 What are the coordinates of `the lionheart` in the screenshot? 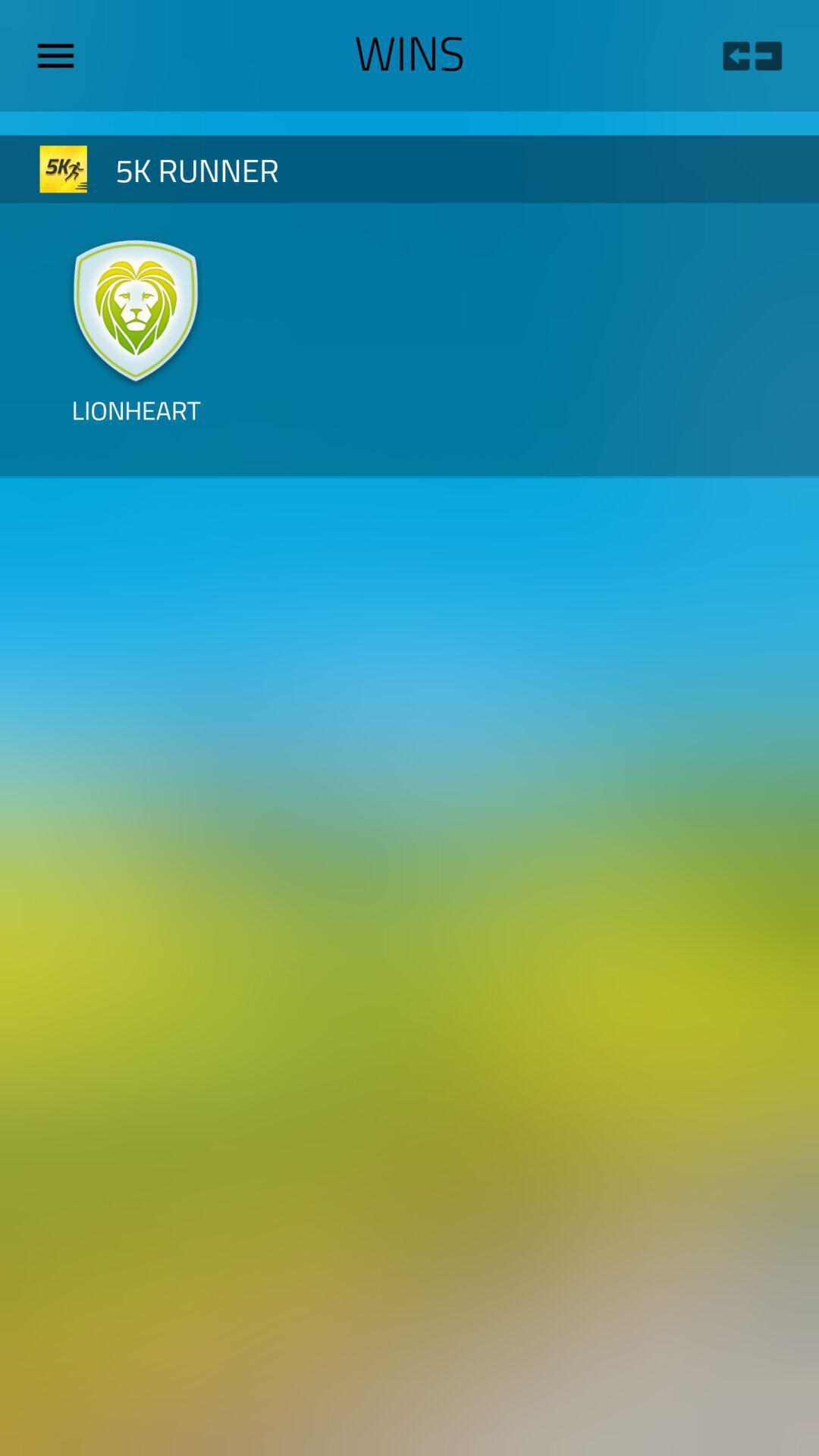 It's located at (135, 422).